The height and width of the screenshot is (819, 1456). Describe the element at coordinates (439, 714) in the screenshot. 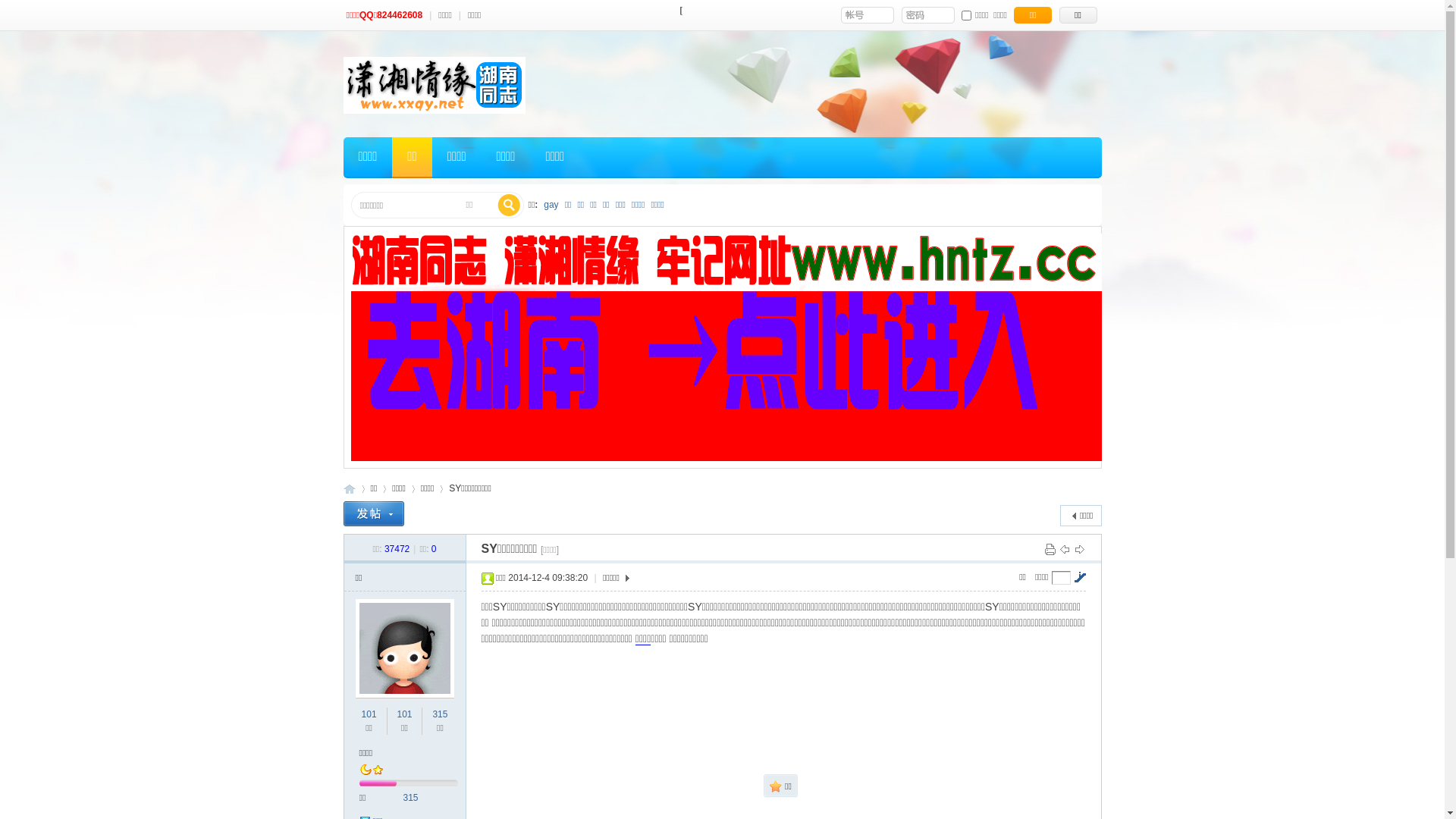

I see `'315'` at that location.